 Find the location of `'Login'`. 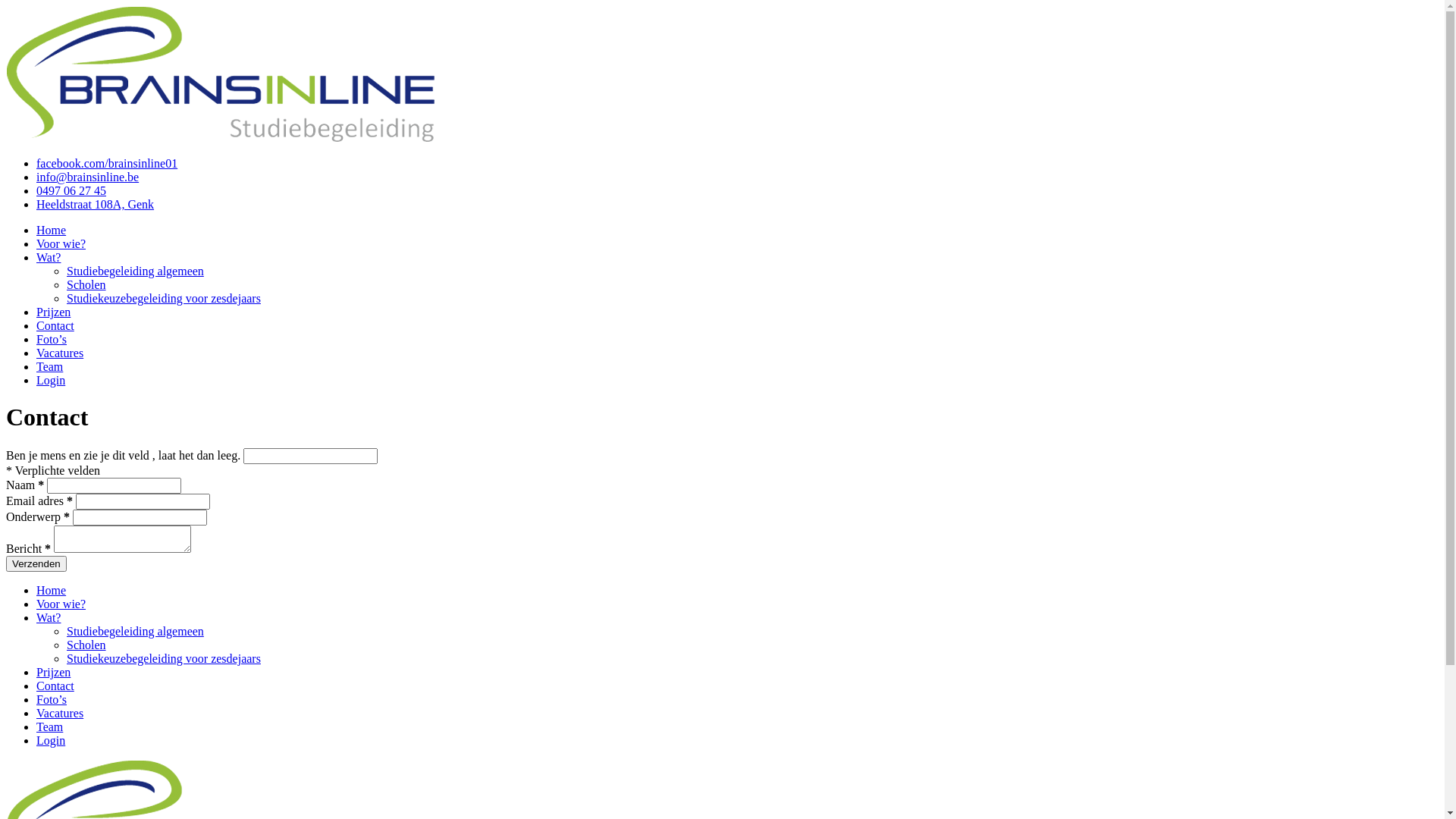

'Login' is located at coordinates (51, 379).